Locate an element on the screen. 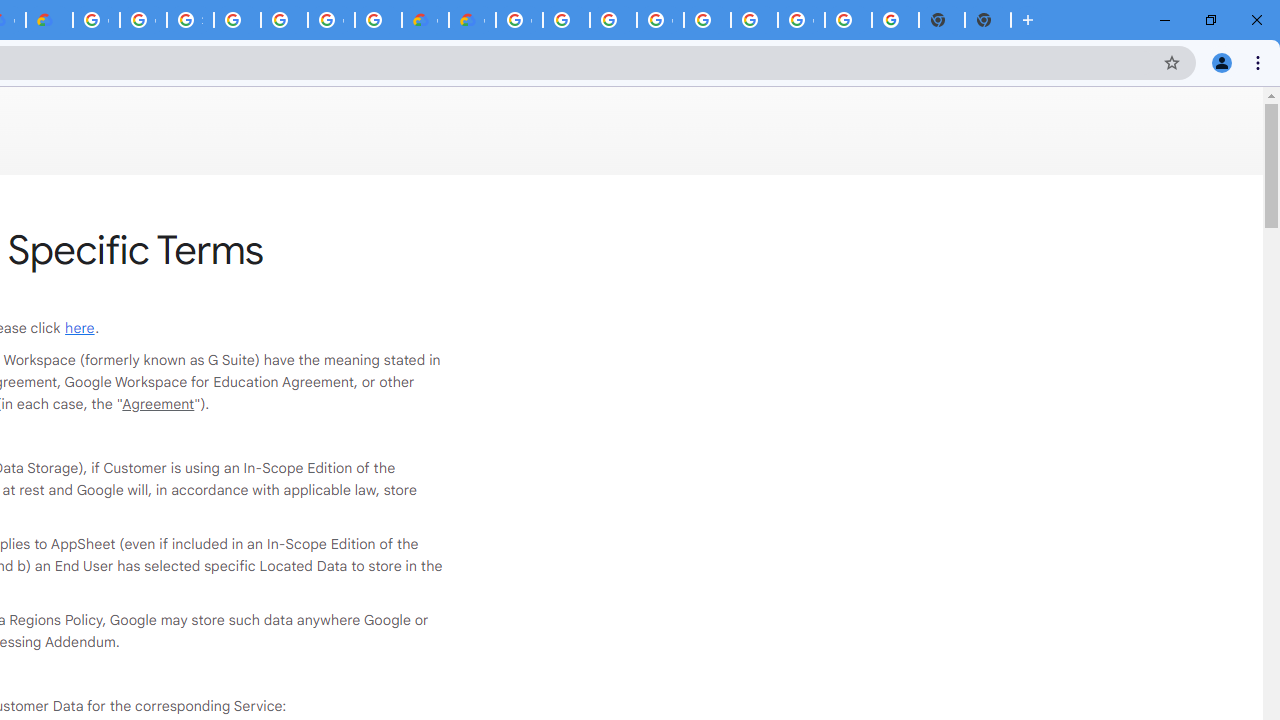 The width and height of the screenshot is (1280, 720). 'Google Cloud Estimate Summary' is located at coordinates (471, 20).